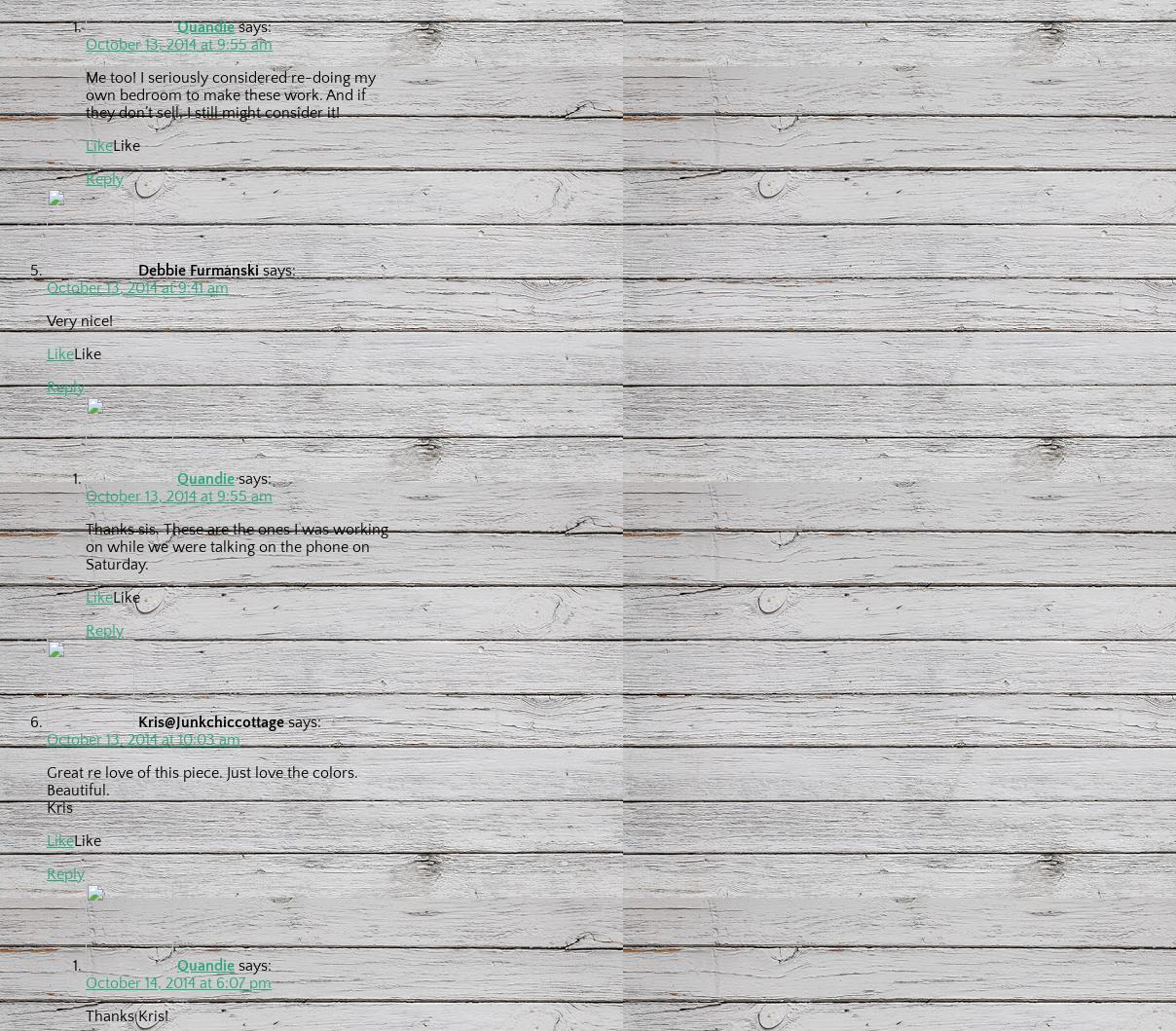 This screenshot has height=1031, width=1176. I want to click on 'Thanks Kris!', so click(126, 1014).